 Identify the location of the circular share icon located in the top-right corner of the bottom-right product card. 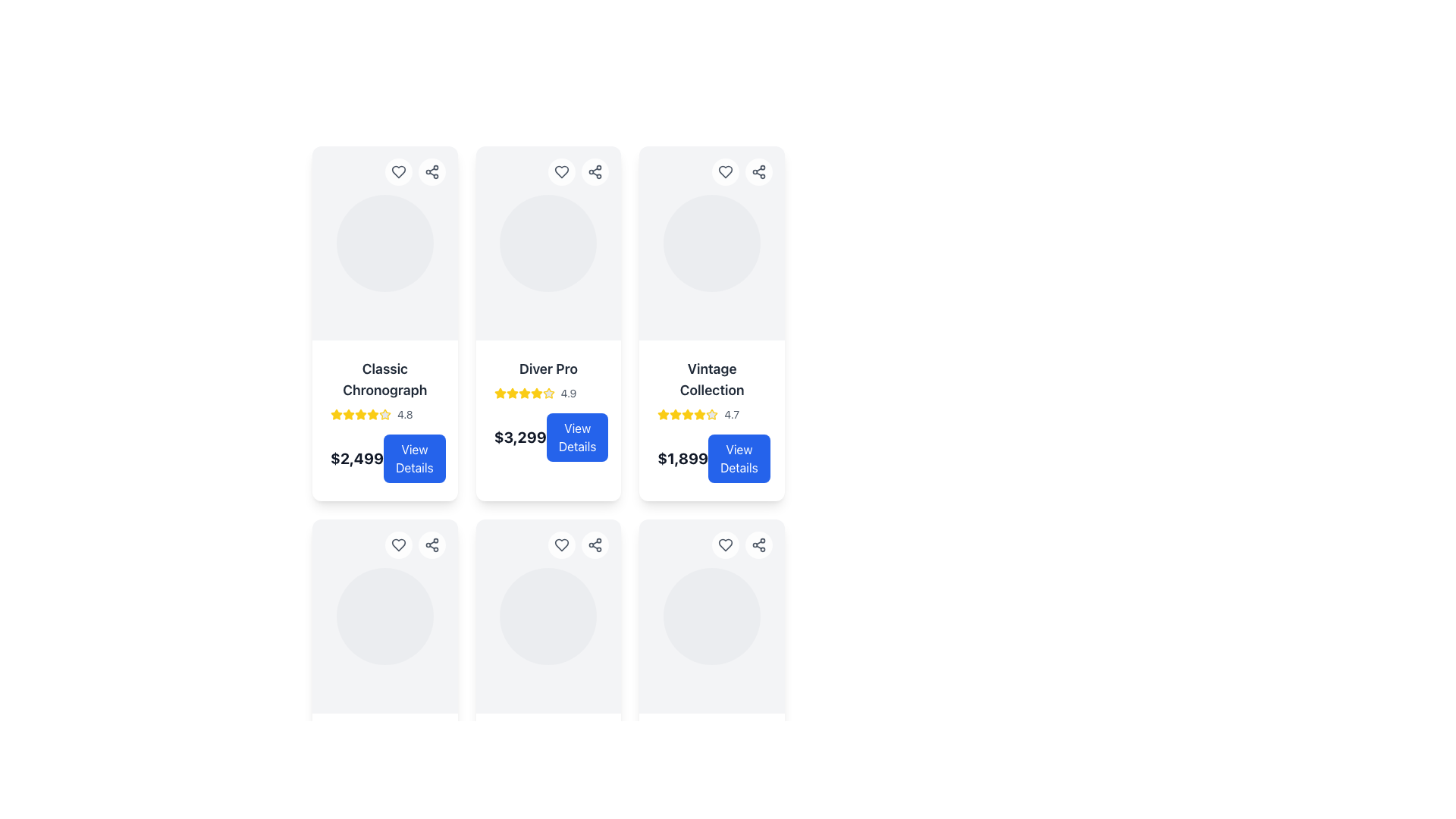
(759, 544).